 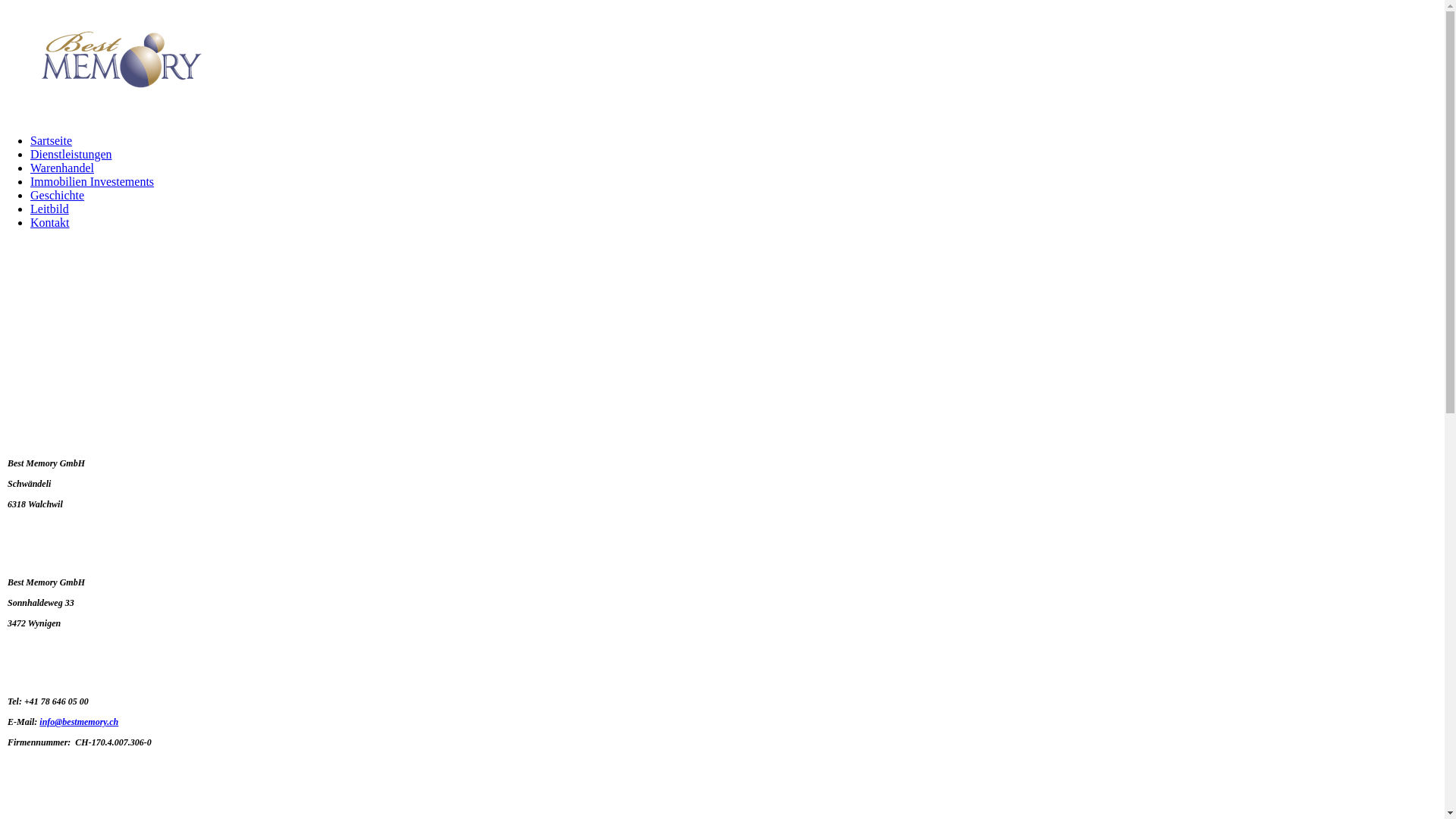 What do you see at coordinates (50, 222) in the screenshot?
I see `'Kontakt'` at bounding box center [50, 222].